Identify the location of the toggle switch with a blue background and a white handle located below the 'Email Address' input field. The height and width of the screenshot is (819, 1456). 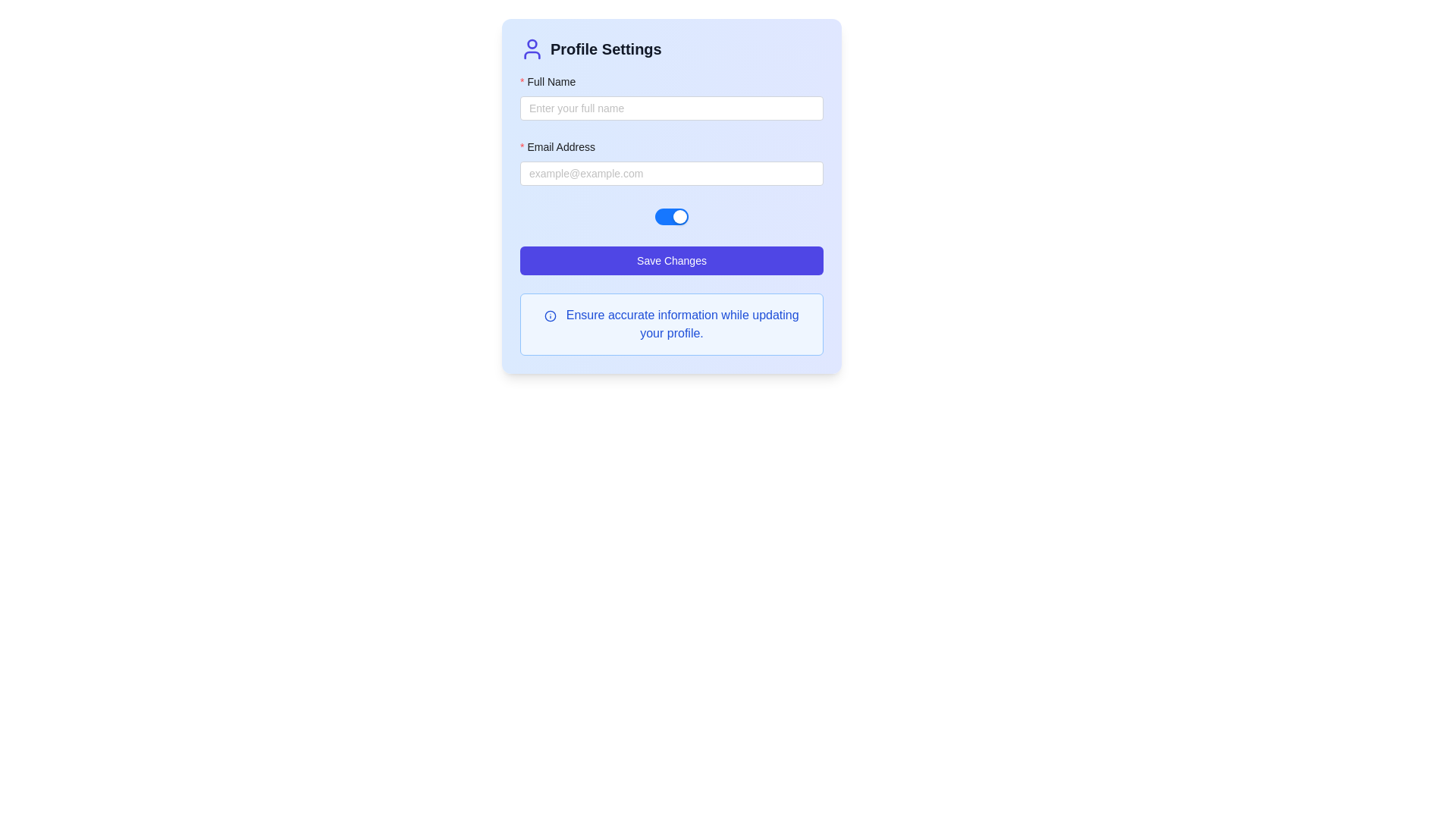
(671, 215).